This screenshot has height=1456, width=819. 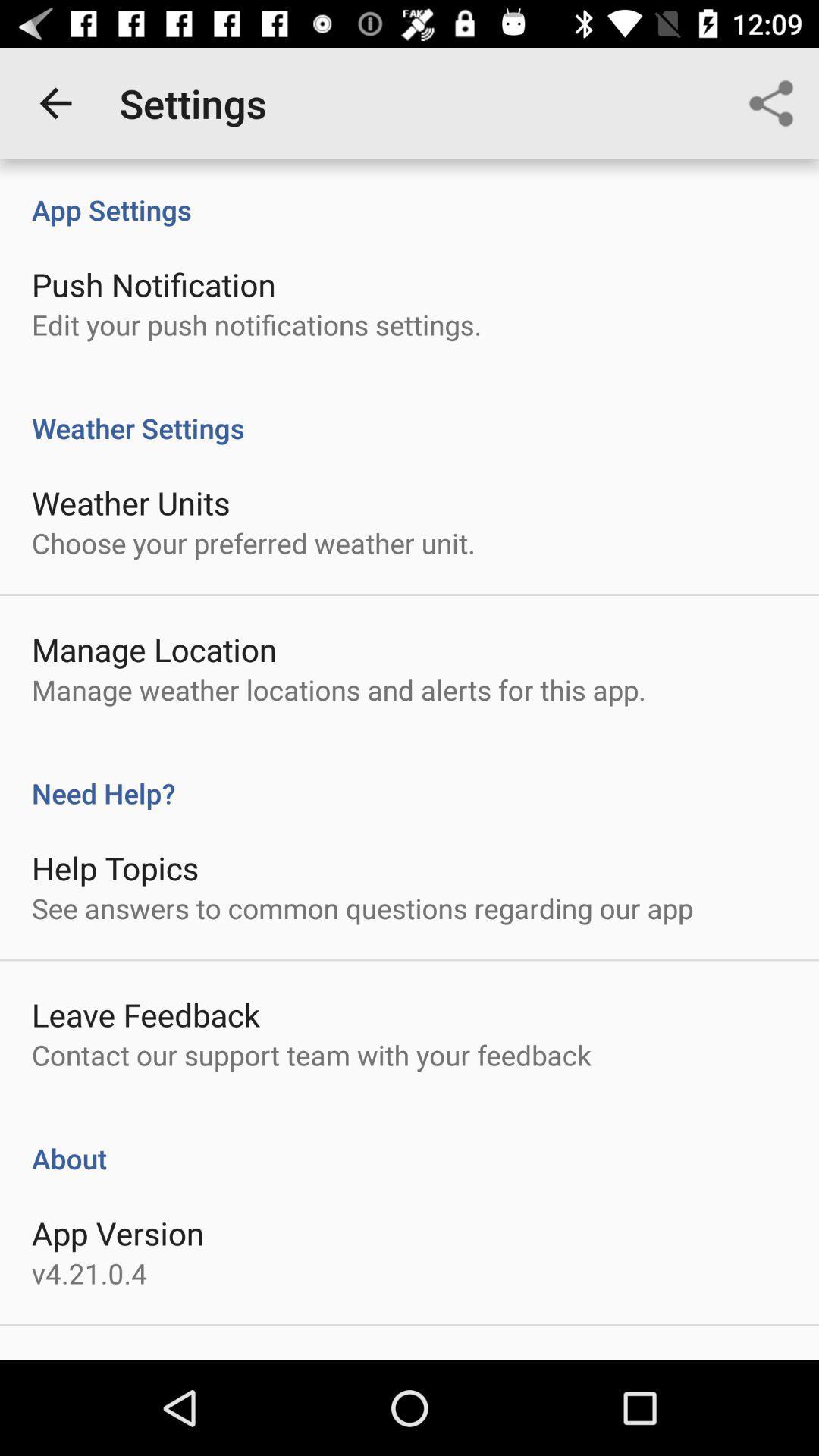 I want to click on push notification, so click(x=153, y=284).